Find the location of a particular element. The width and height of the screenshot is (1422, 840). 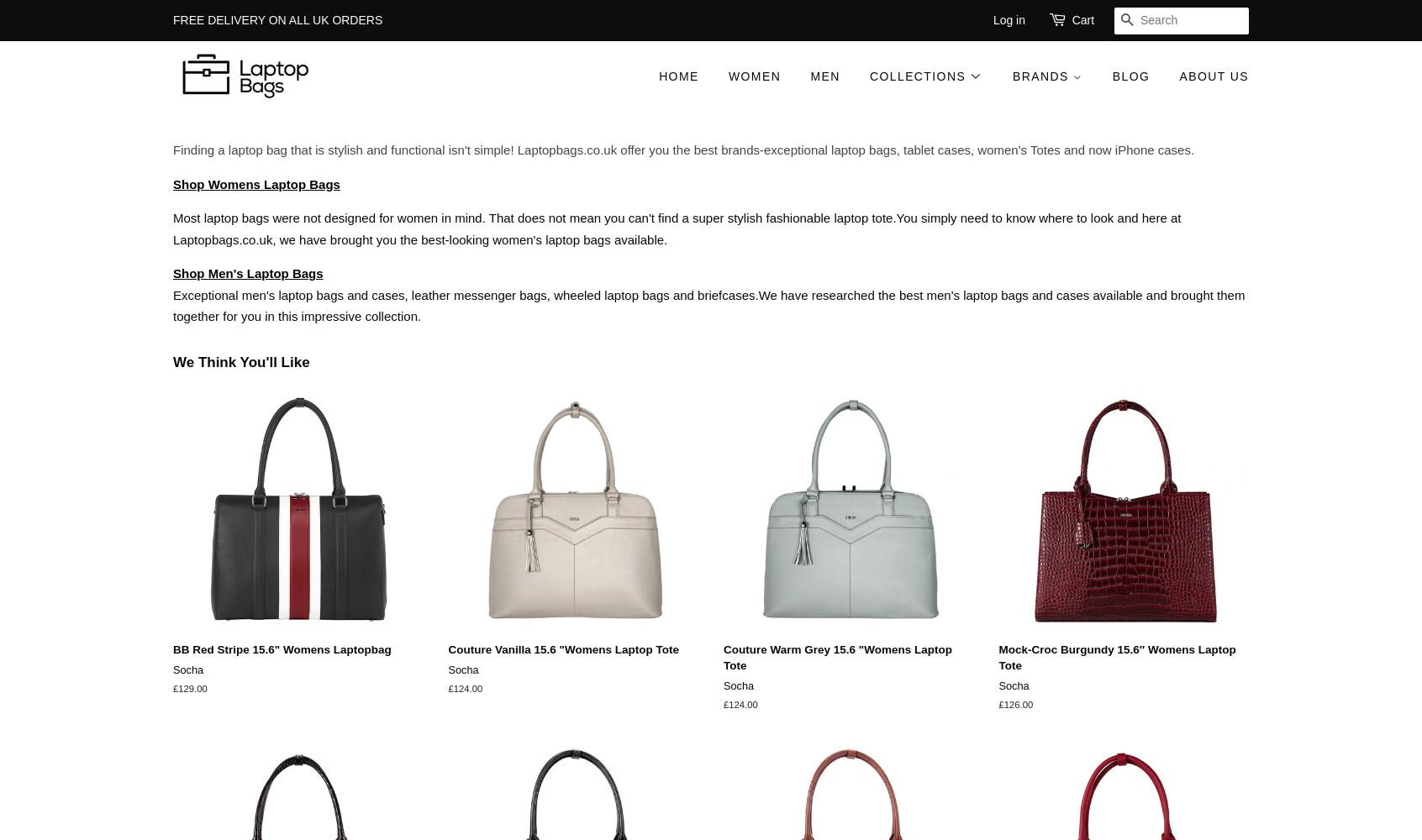

'Finding a laptop bag that is stylish and functional isn't simple! Laptopbags.co.uk offer you the best brands-exceptional' is located at coordinates (499, 150).